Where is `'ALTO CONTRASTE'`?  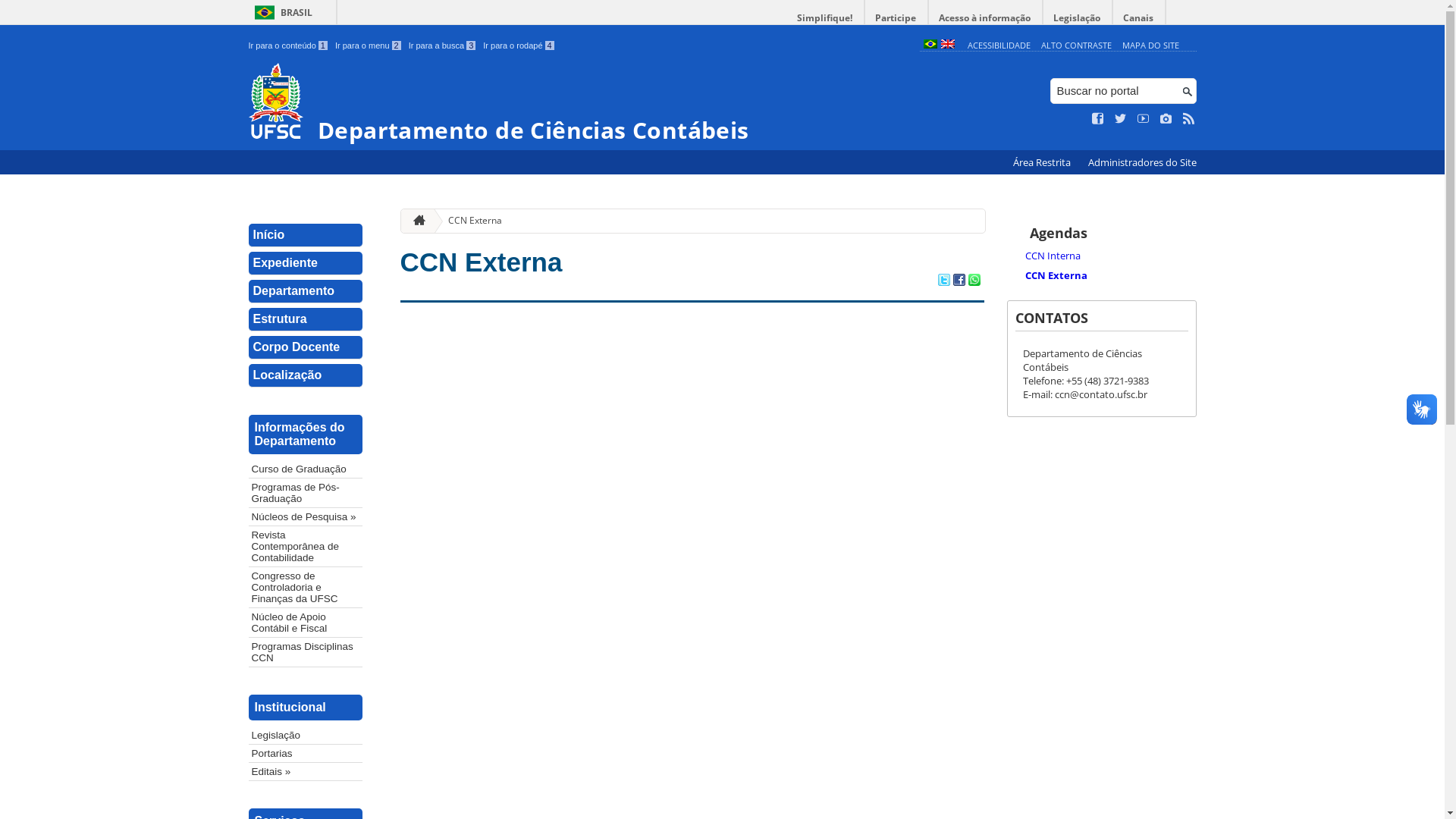
'ALTO CONTRASTE' is located at coordinates (1075, 44).